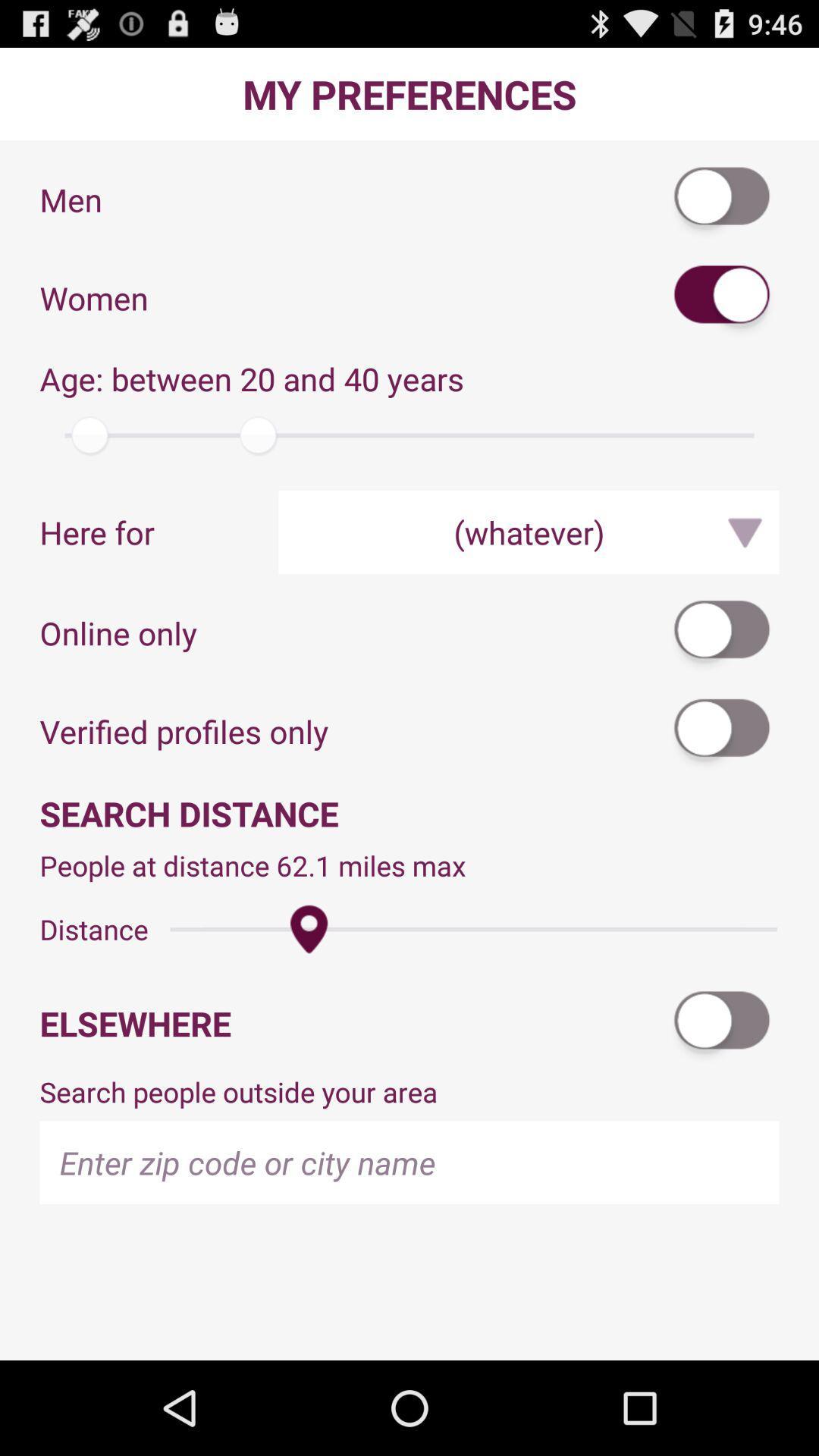 This screenshot has height=1456, width=819. What do you see at coordinates (722, 1023) in the screenshot?
I see `turn off option` at bounding box center [722, 1023].